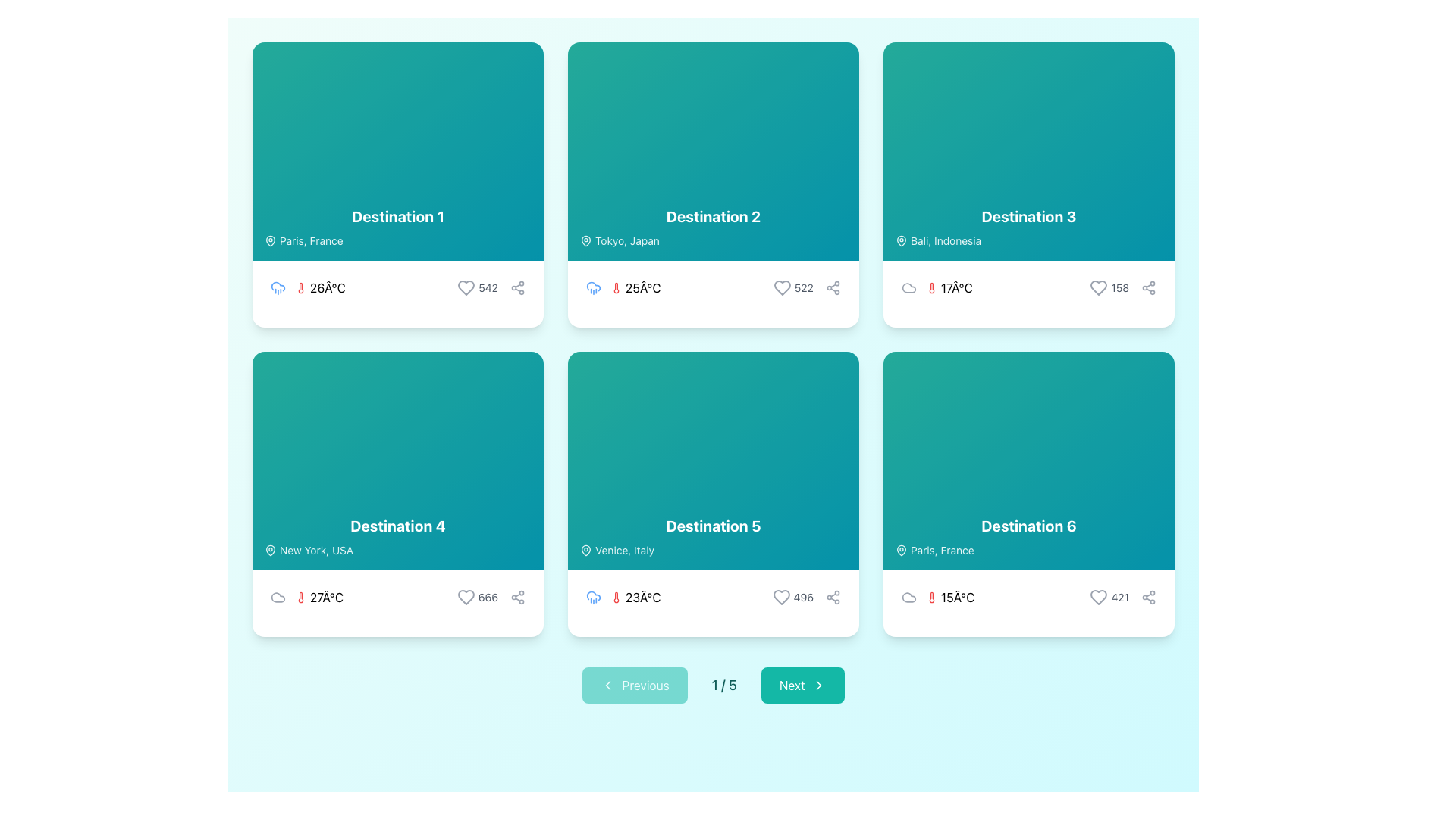 The height and width of the screenshot is (819, 1456). Describe the element at coordinates (805, 596) in the screenshot. I see `the static text displaying the number of likes located at the bottom-right corner of the 'Destination 5' card, positioned between a heart icon and a share icon` at that location.